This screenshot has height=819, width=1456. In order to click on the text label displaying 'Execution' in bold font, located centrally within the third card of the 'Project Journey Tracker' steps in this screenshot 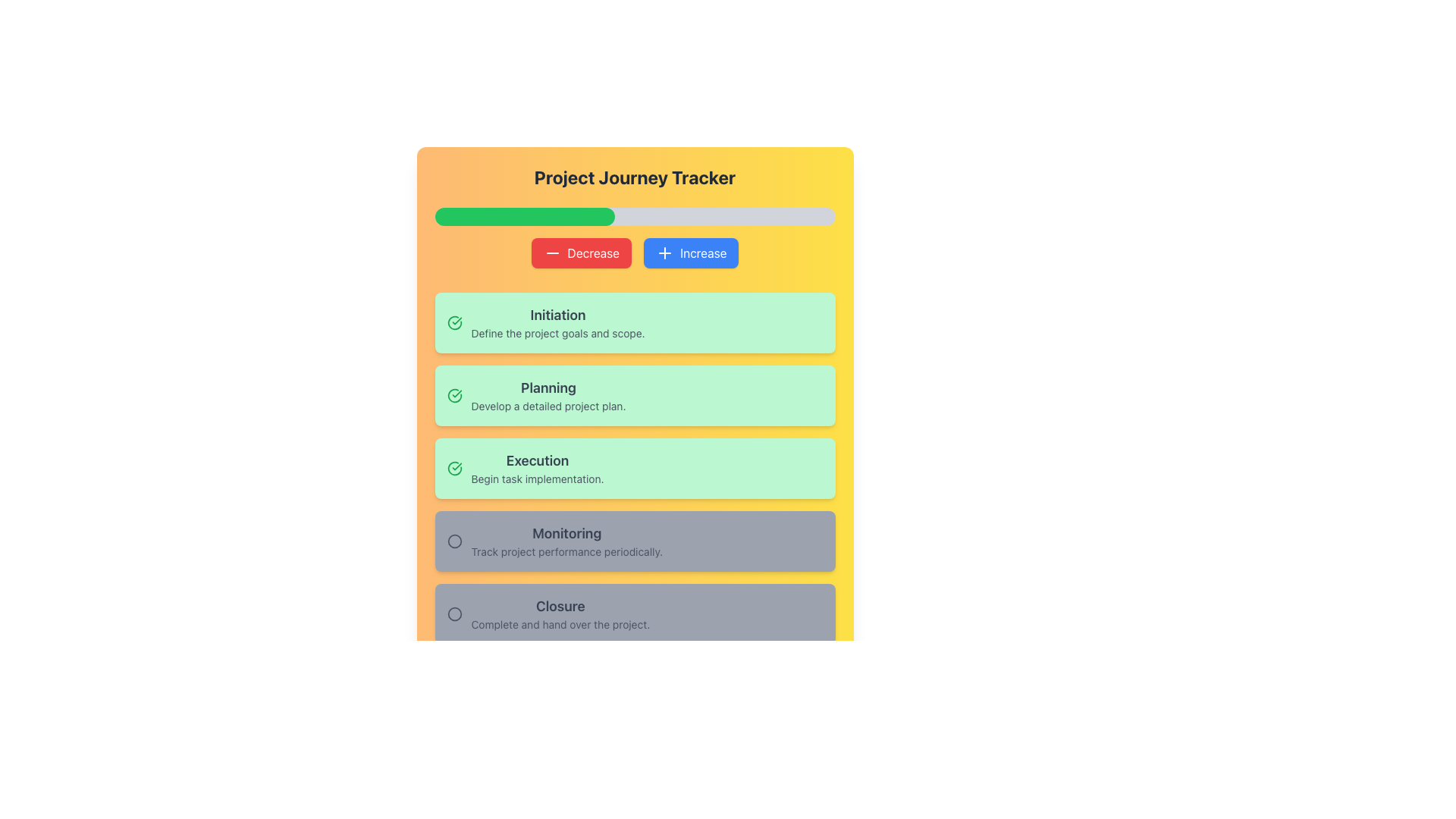, I will do `click(538, 460)`.